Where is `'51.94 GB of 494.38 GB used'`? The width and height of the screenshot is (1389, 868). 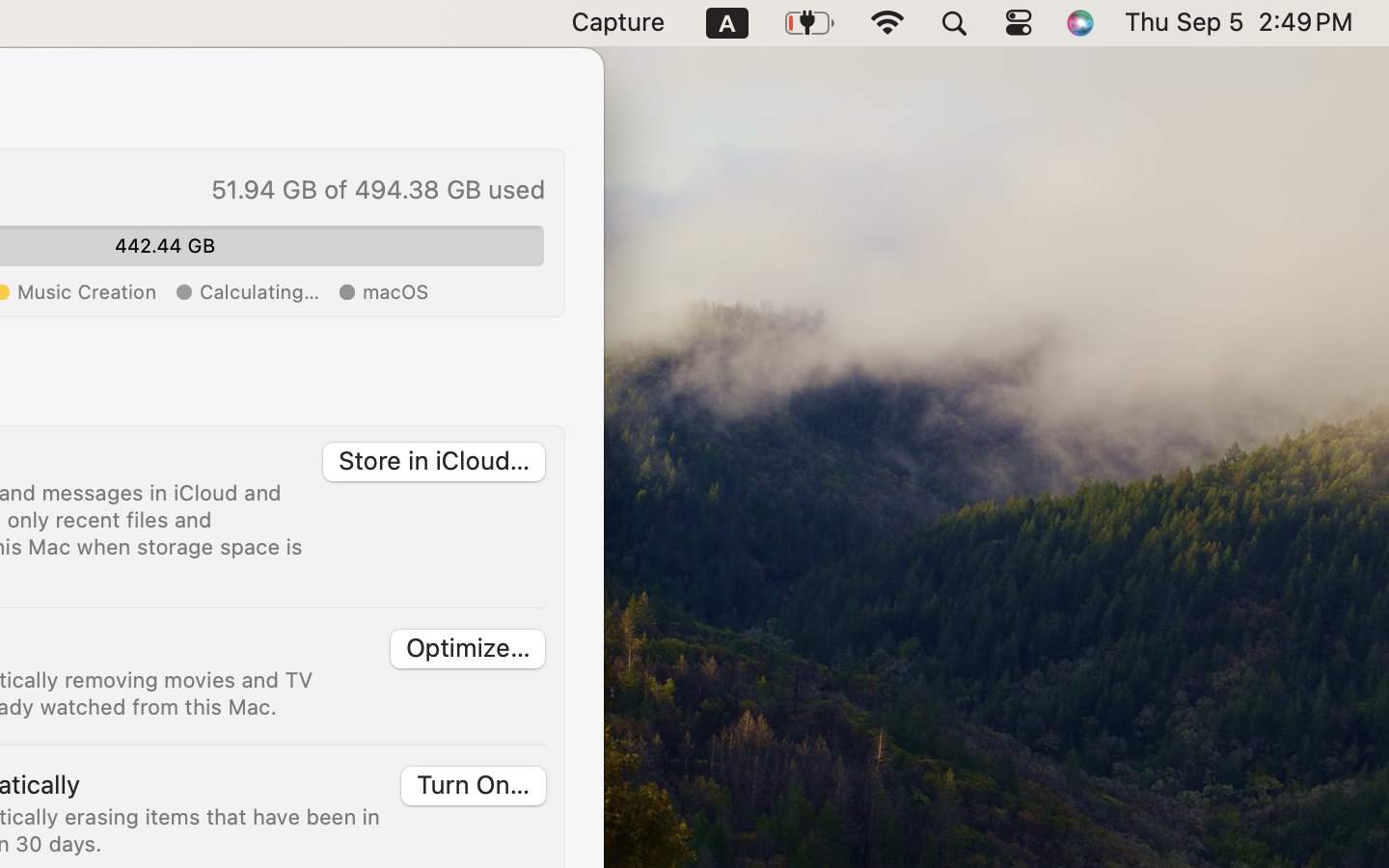
'51.94 GB of 494.38 GB used' is located at coordinates (375, 189).